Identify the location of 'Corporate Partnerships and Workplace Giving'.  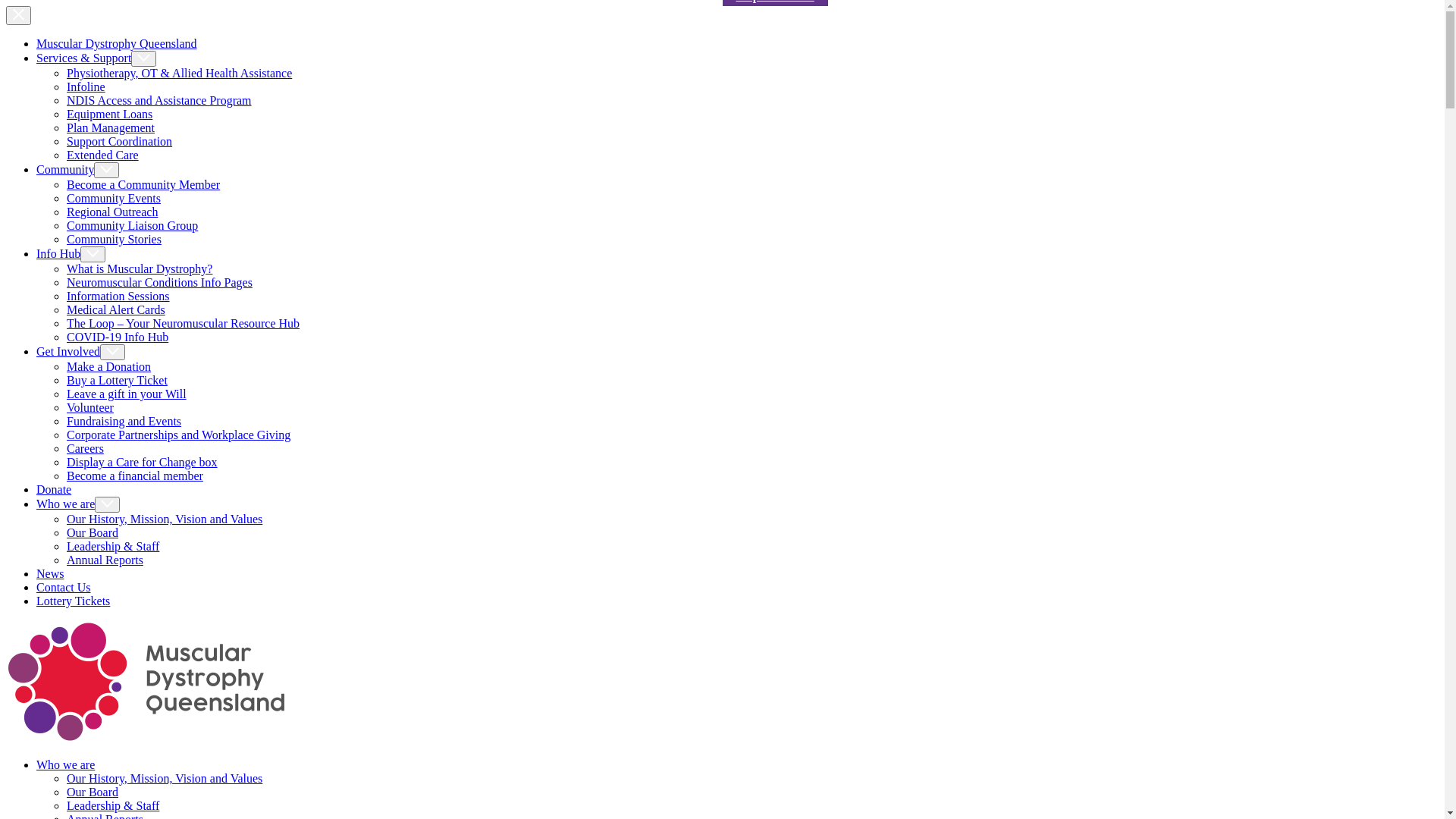
(178, 435).